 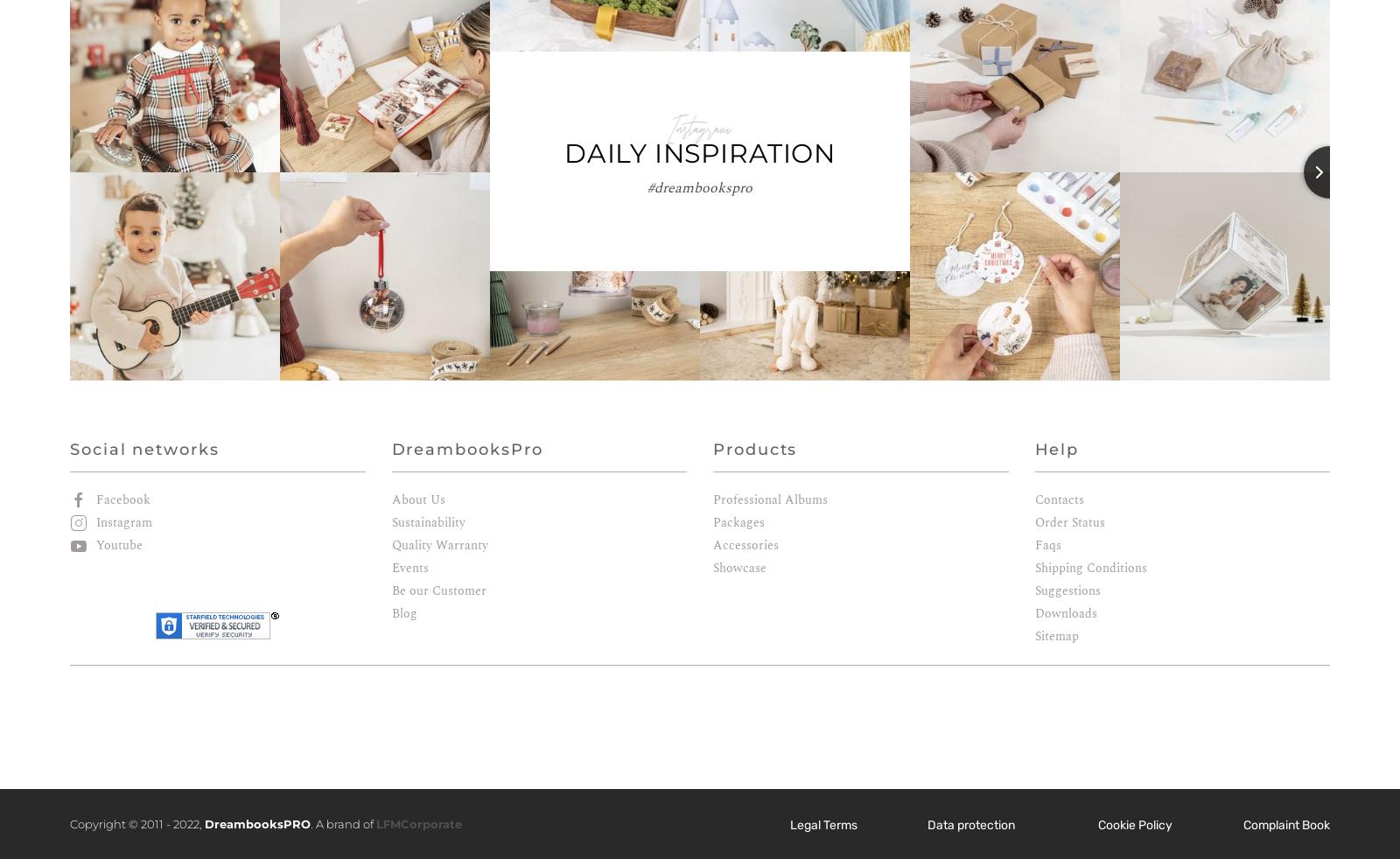 I want to click on 'Legal Terms', so click(x=822, y=824).